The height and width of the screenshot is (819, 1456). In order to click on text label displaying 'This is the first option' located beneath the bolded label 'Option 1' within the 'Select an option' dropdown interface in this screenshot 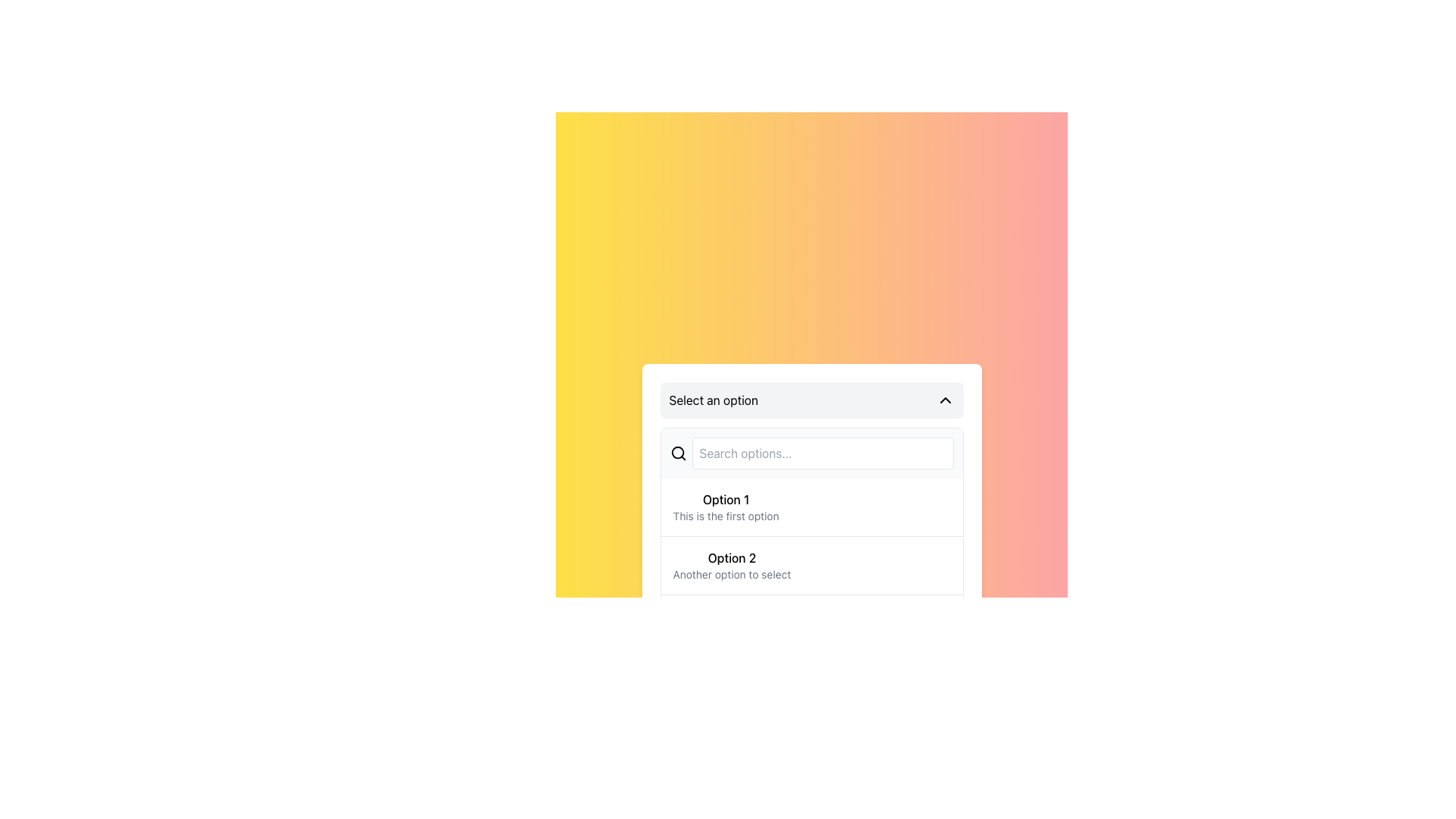, I will do `click(725, 516)`.